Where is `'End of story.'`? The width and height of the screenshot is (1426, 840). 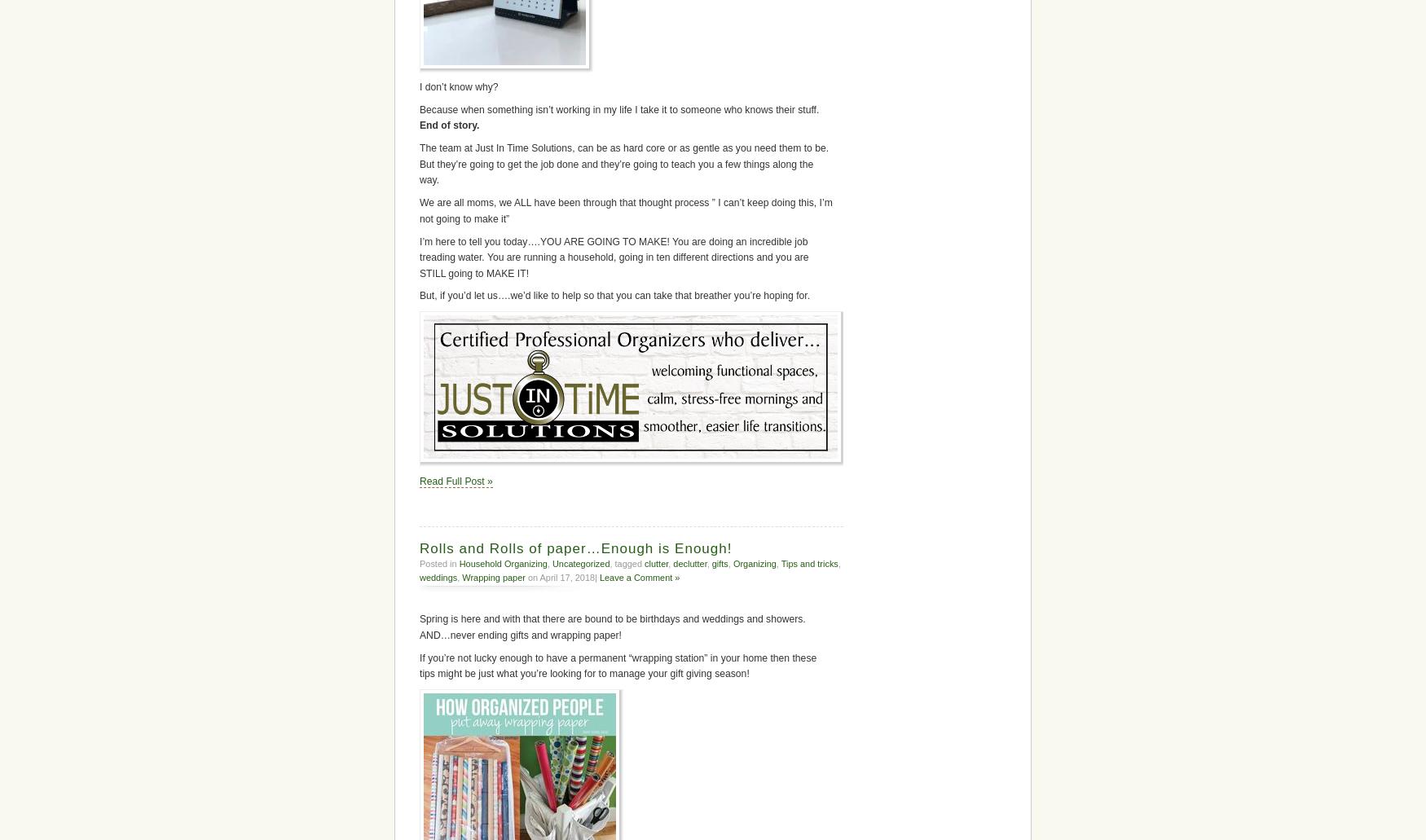
'End of story.' is located at coordinates (448, 125).